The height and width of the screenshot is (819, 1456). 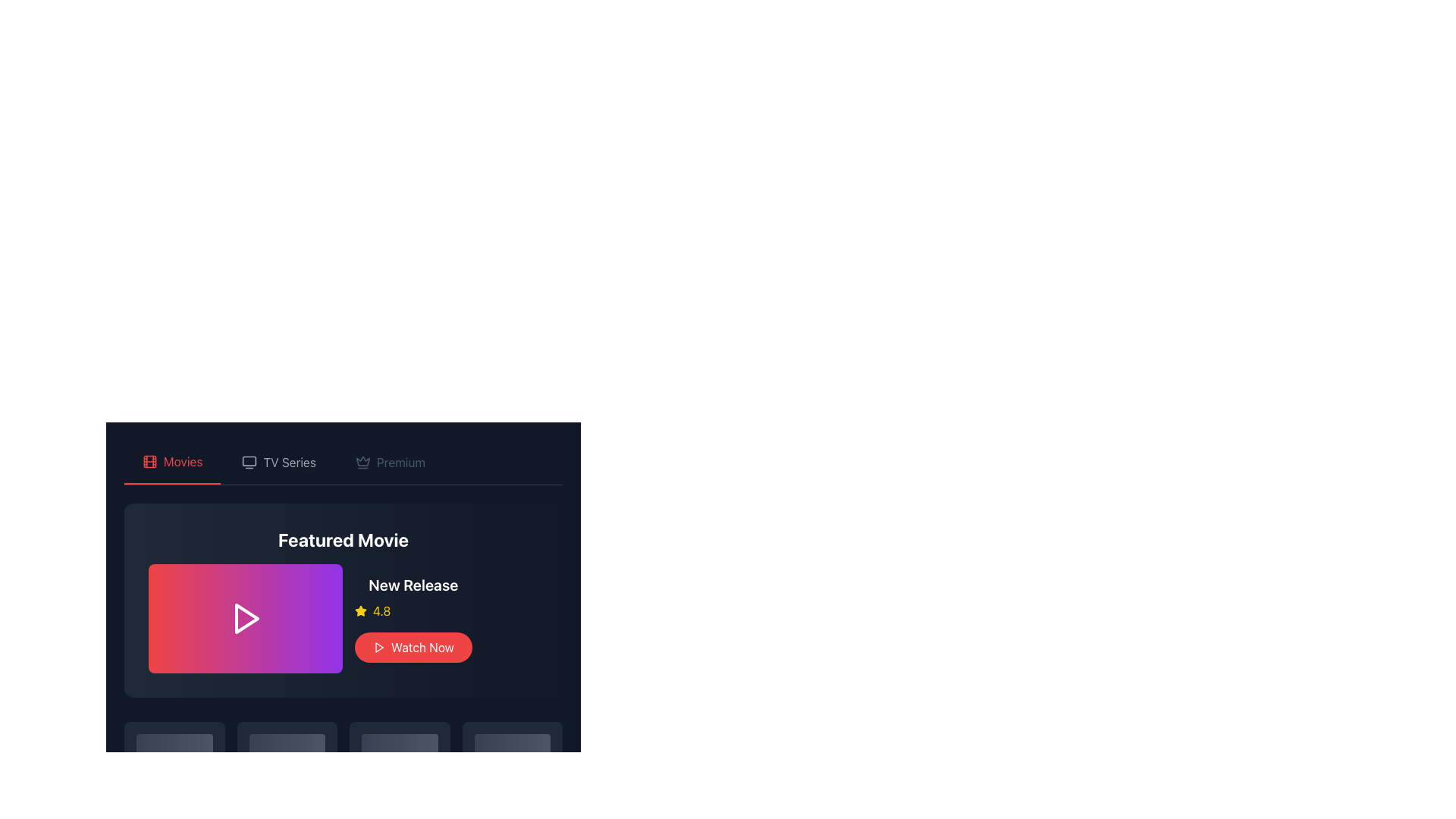 What do you see at coordinates (359, 610) in the screenshot?
I see `the small yellow star icon with sharp edges located next to the numeric rating value (4.8) below the 'New Release' section` at bounding box center [359, 610].